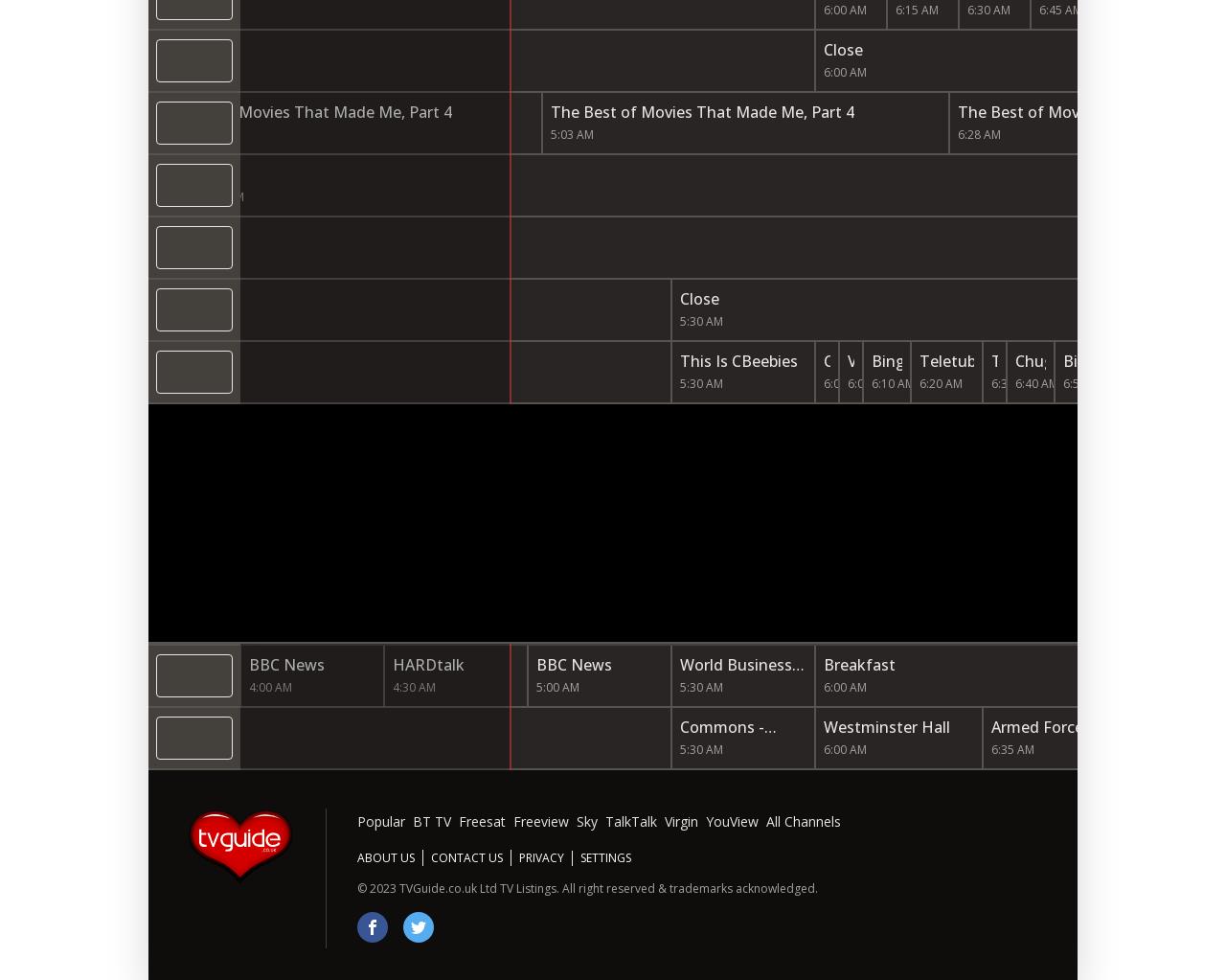 Image resolution: width=1226 pixels, height=980 pixels. Describe the element at coordinates (571, 133) in the screenshot. I see `'5:03 AM'` at that location.